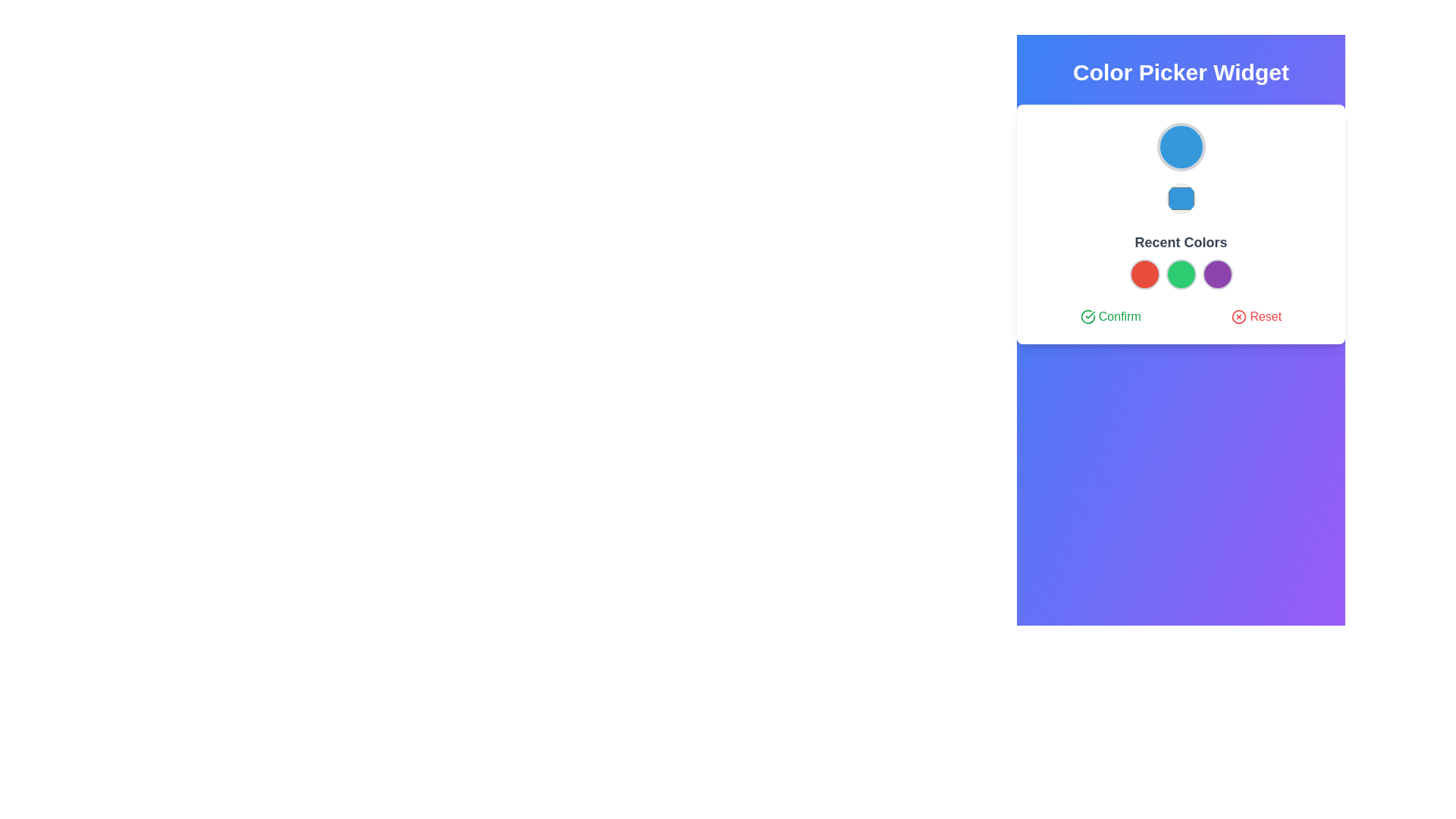 The height and width of the screenshot is (819, 1456). I want to click on the green 'Confirm' button with a checkmark icon, so click(1110, 315).